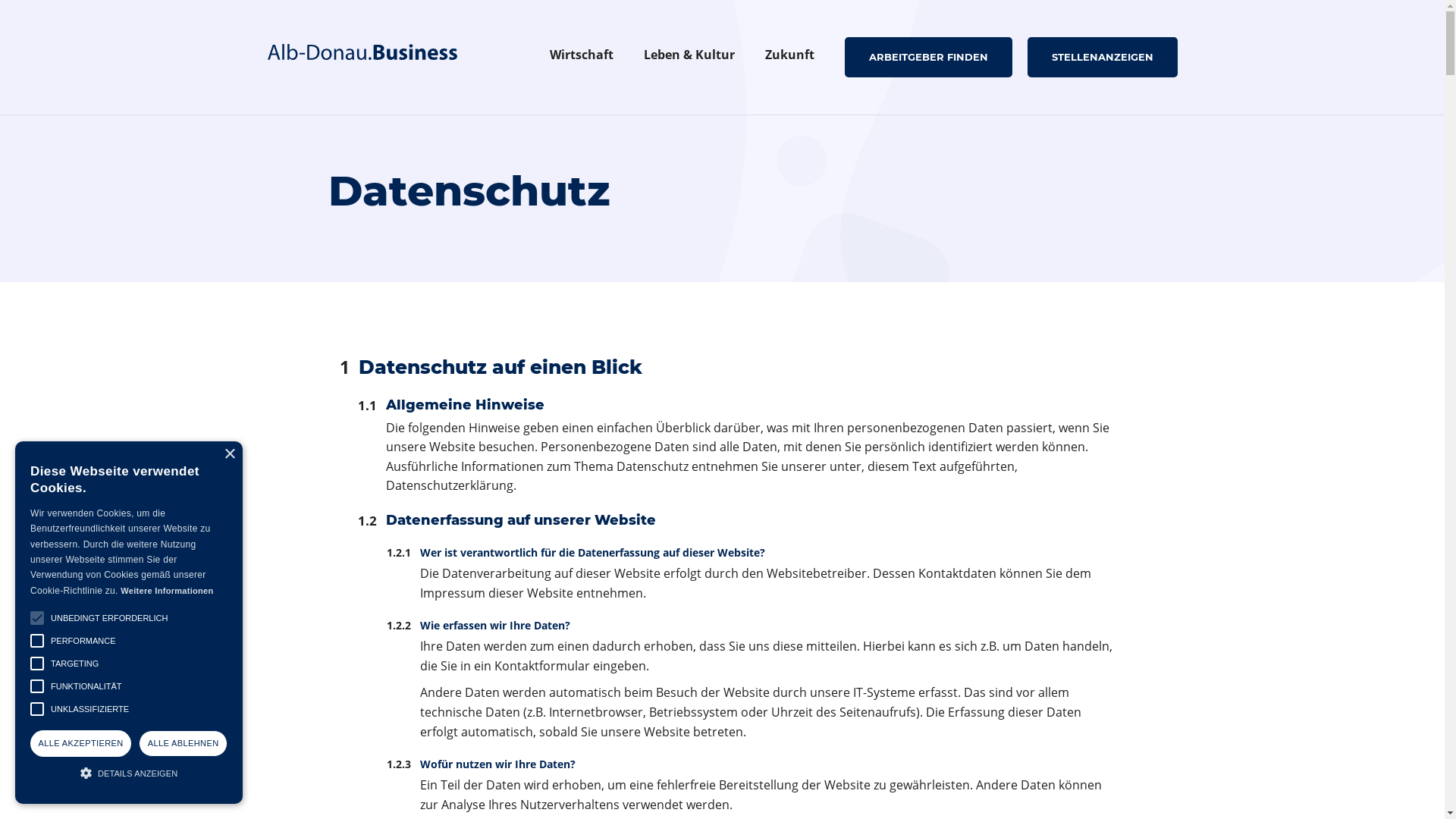 The width and height of the screenshot is (1456, 819). What do you see at coordinates (628, 56) in the screenshot?
I see `'Leben & Kultur'` at bounding box center [628, 56].